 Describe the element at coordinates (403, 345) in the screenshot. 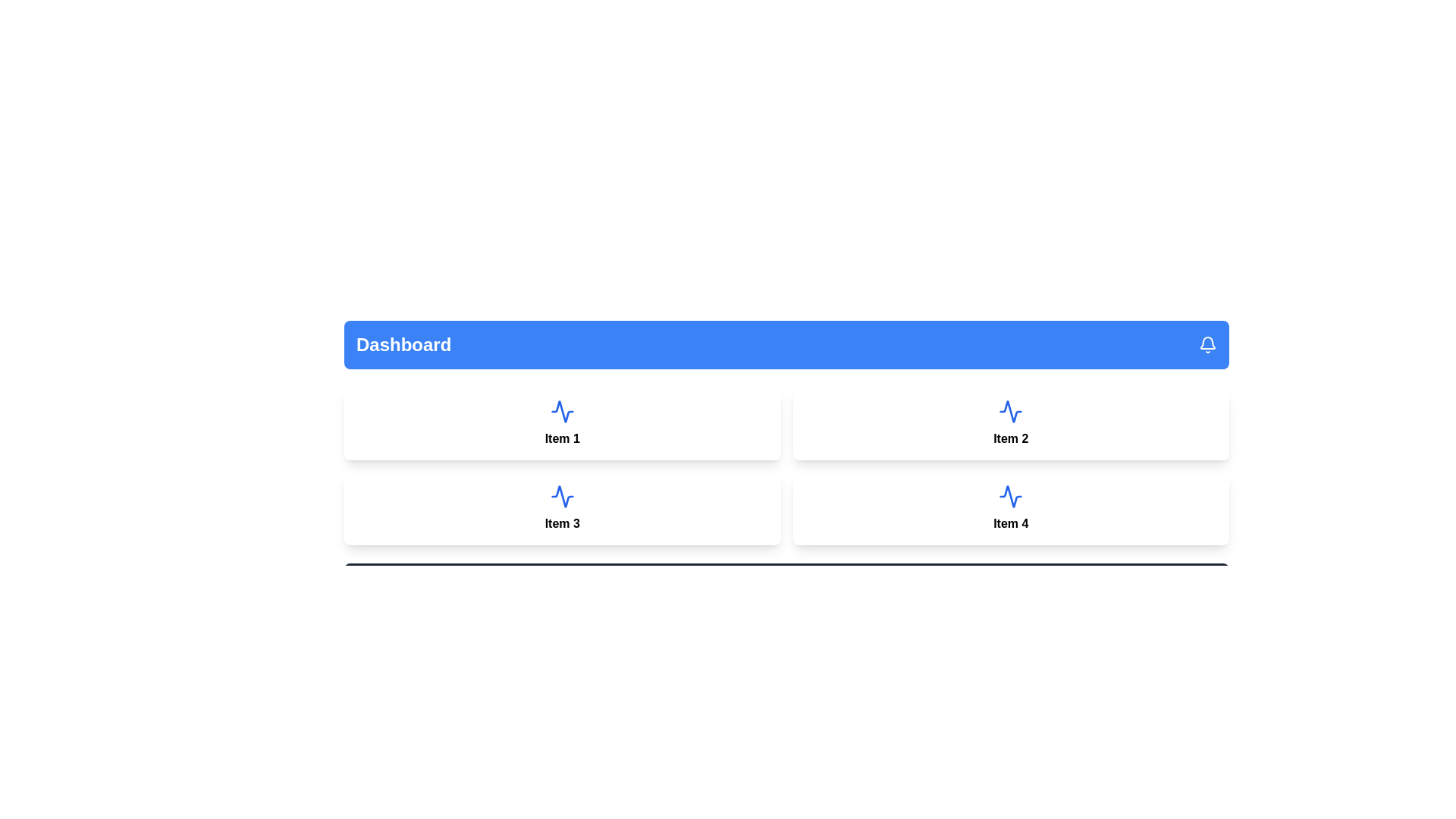

I see `the text label or title element in the header section` at that location.